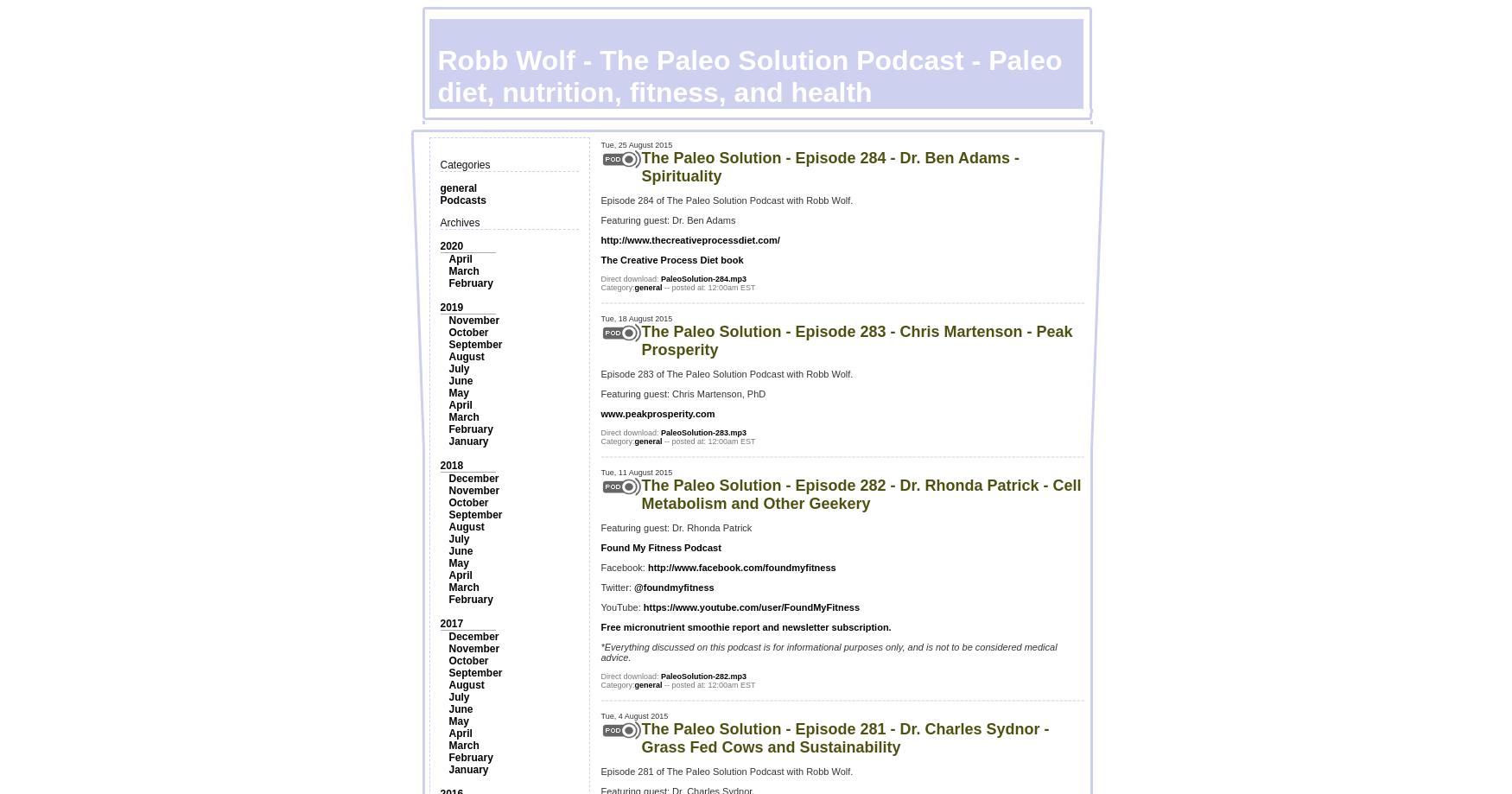 Image resolution: width=1512 pixels, height=794 pixels. I want to click on 'The Paleo Solution - Episode 281 - Dr. Charles Sydnor - Grass Fed Cows and Sustainability', so click(641, 737).